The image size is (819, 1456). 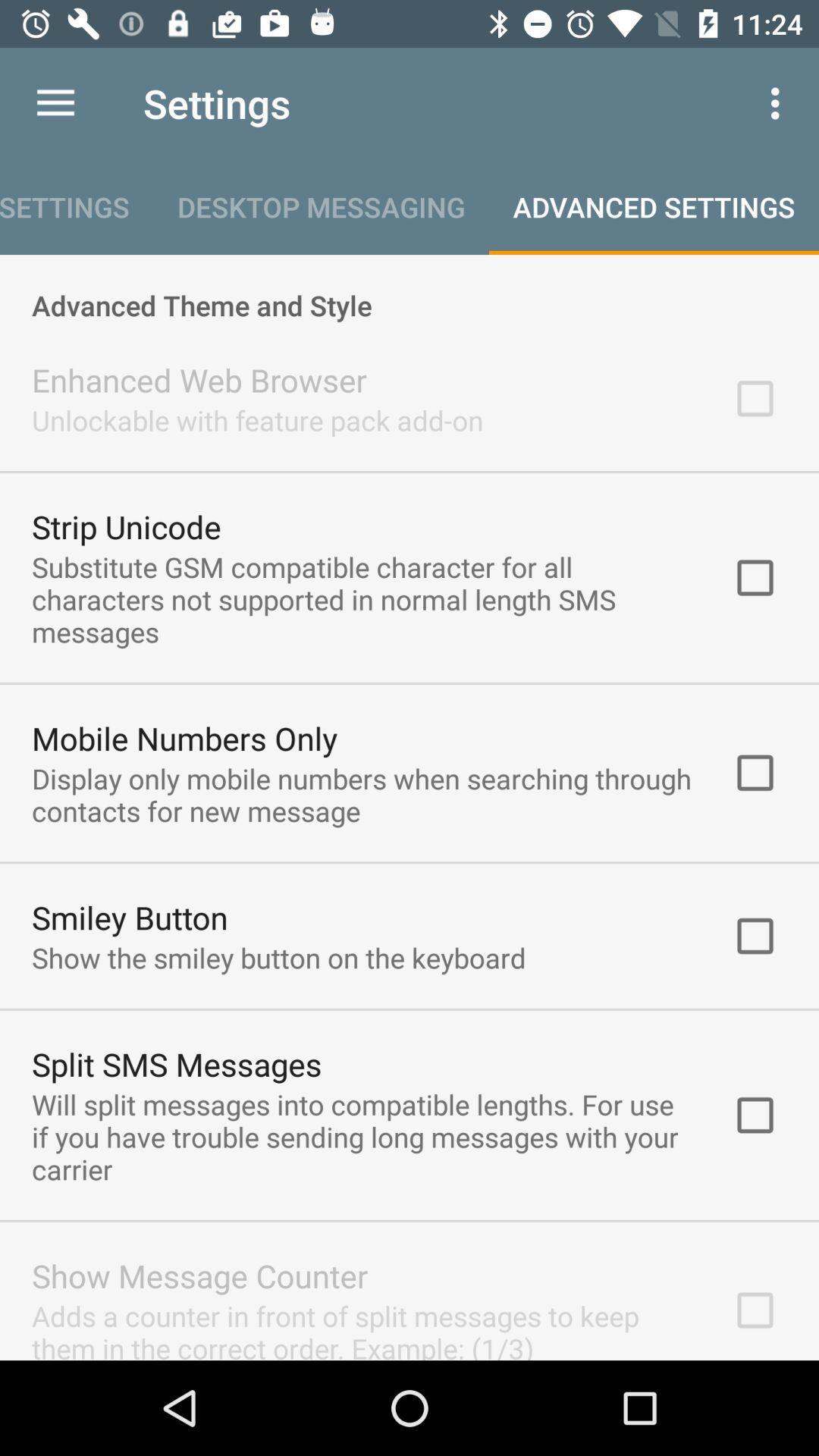 I want to click on the icon above substitute gsm compatible item, so click(x=125, y=526).